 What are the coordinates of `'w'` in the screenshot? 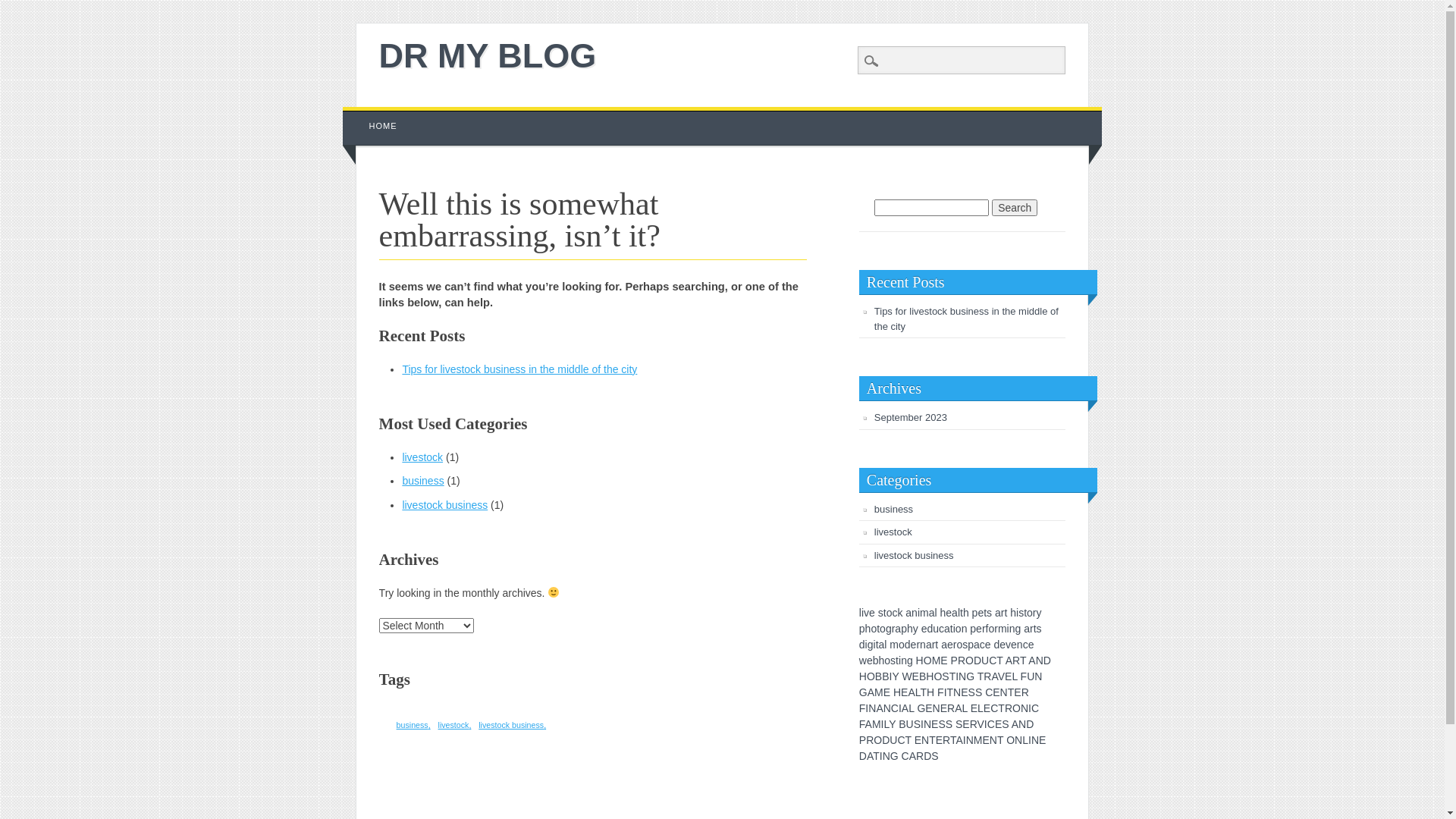 It's located at (862, 660).